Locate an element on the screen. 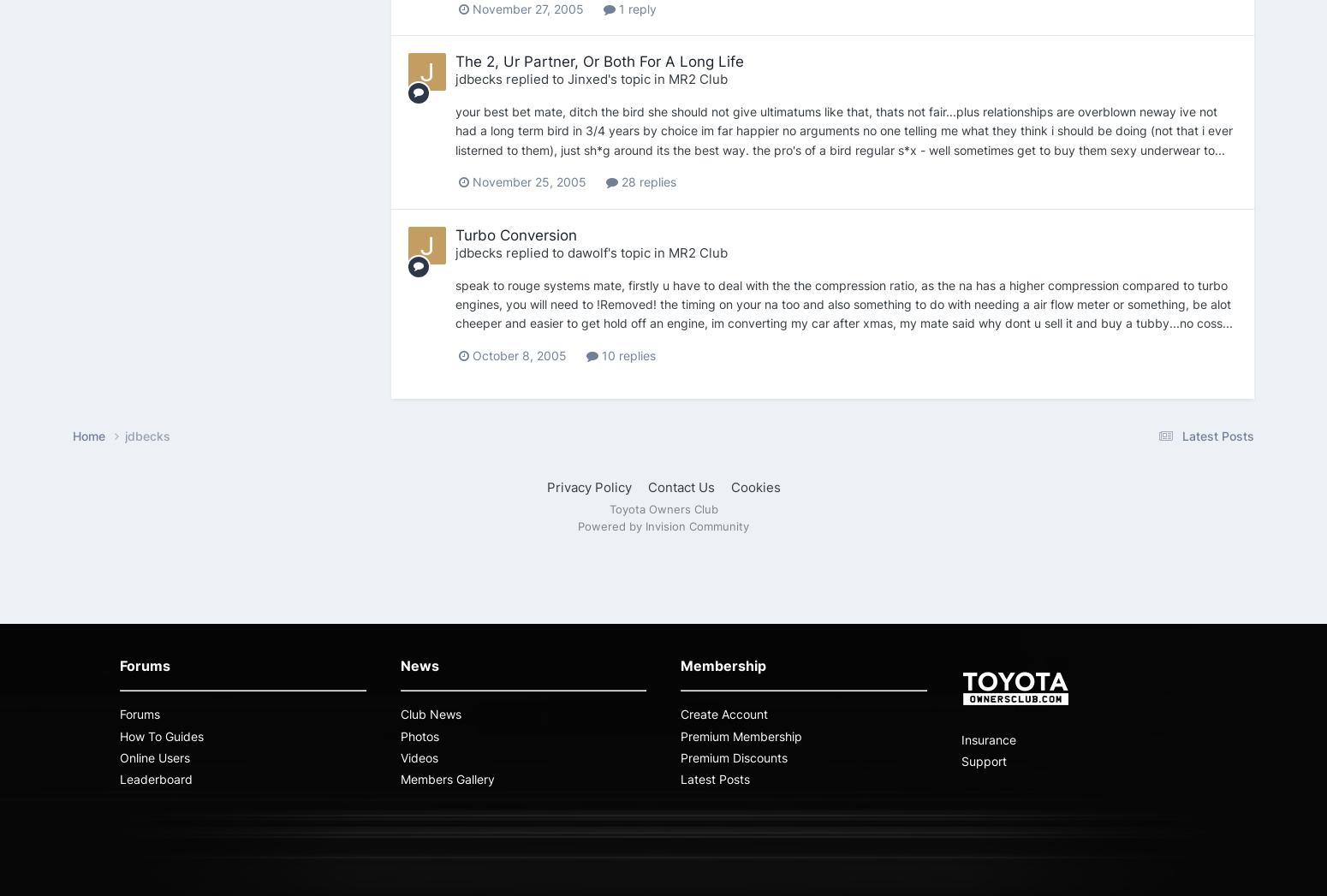 This screenshot has height=896, width=1327. 'dawolf' is located at coordinates (586, 252).